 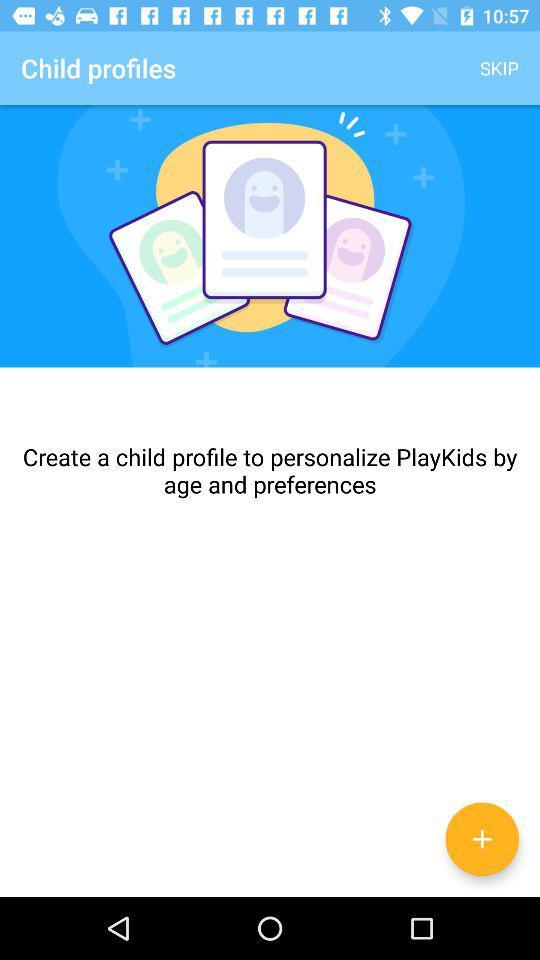 I want to click on item at the bottom right corner, so click(x=481, y=839).